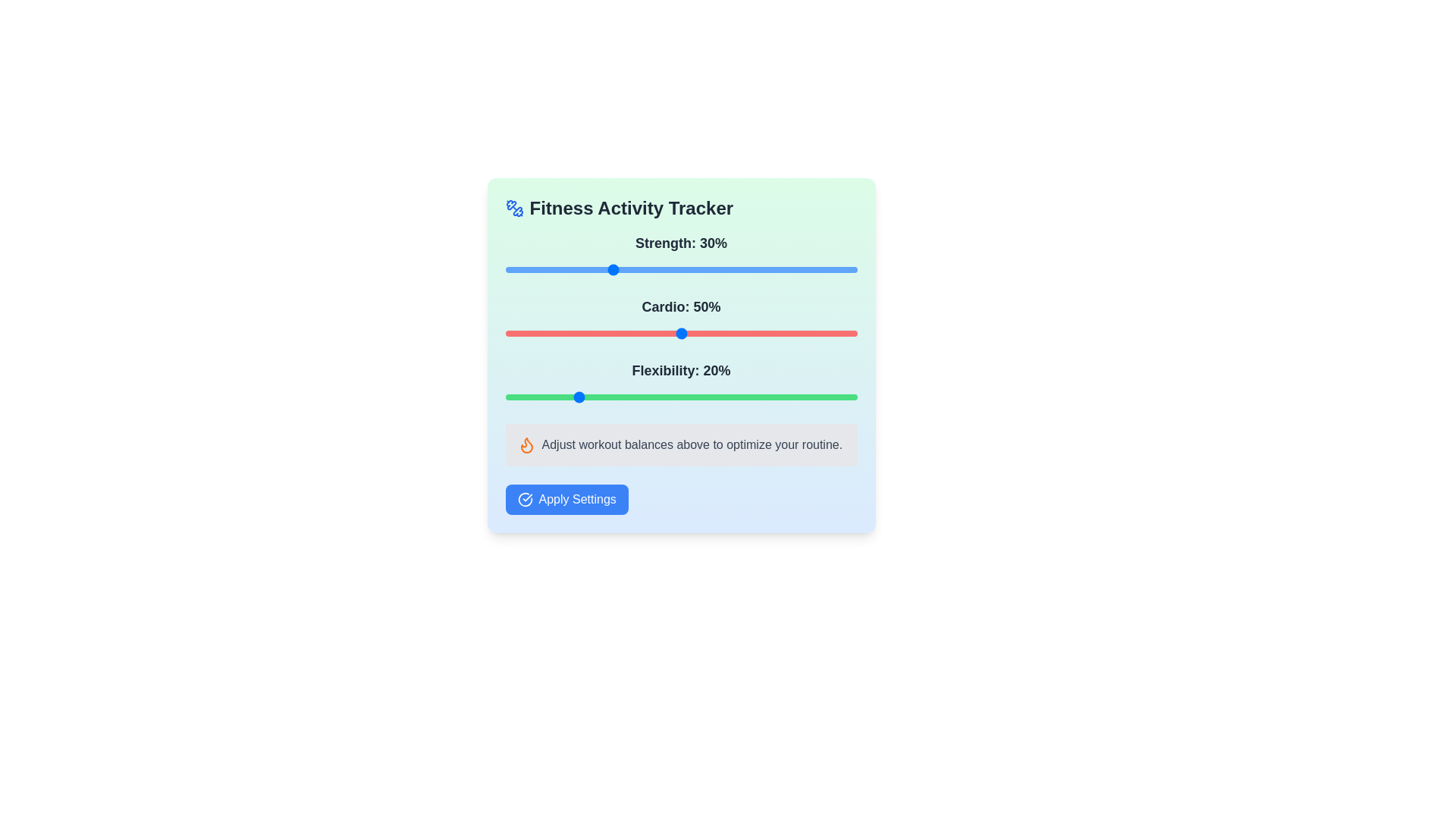  Describe the element at coordinates (566, 500) in the screenshot. I see `the apply settings button located near the bottom of the interface, centered horizontally beneath the workout balances summary text` at that location.